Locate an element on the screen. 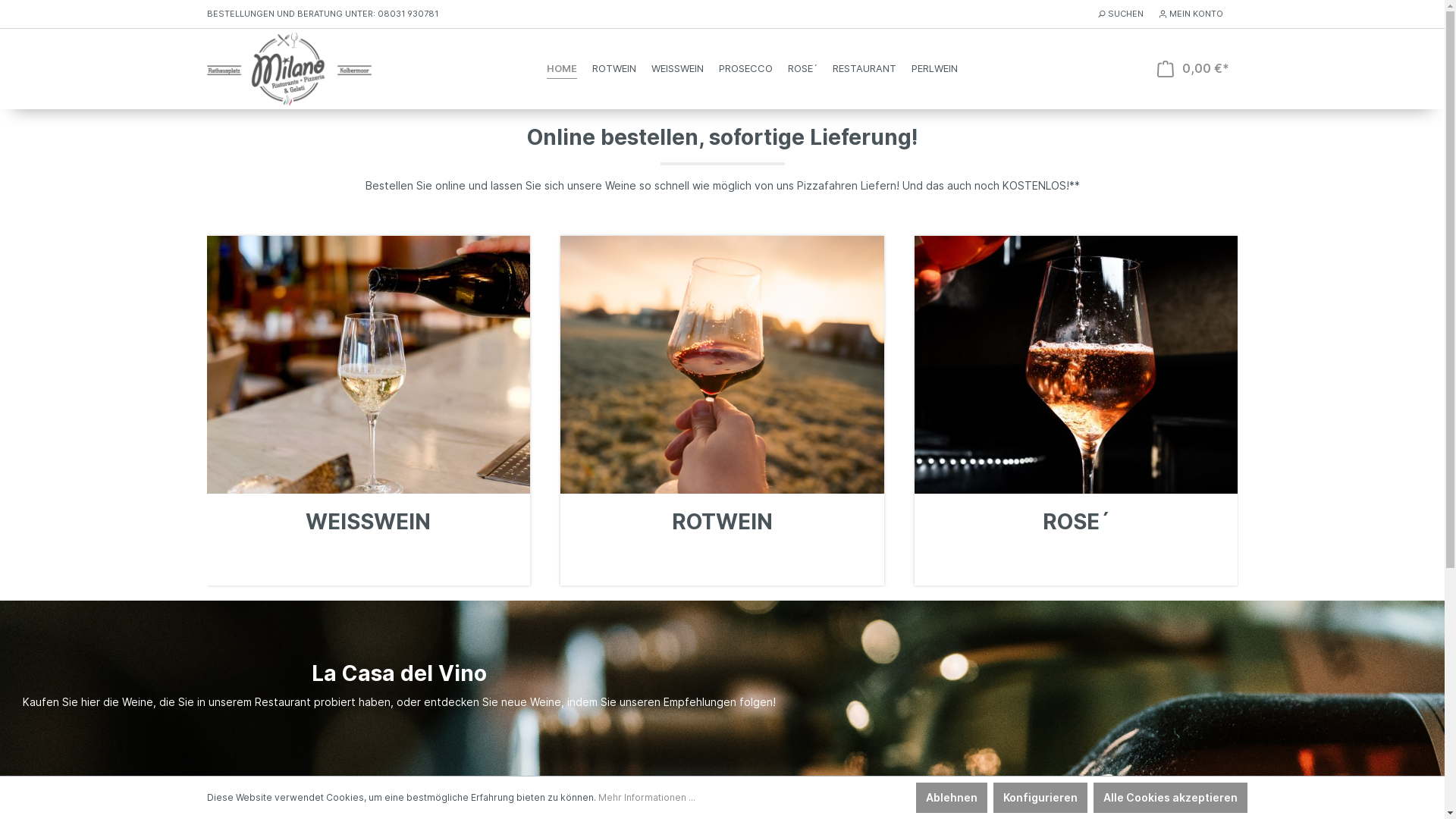  'RESTAURANT' is located at coordinates (864, 69).